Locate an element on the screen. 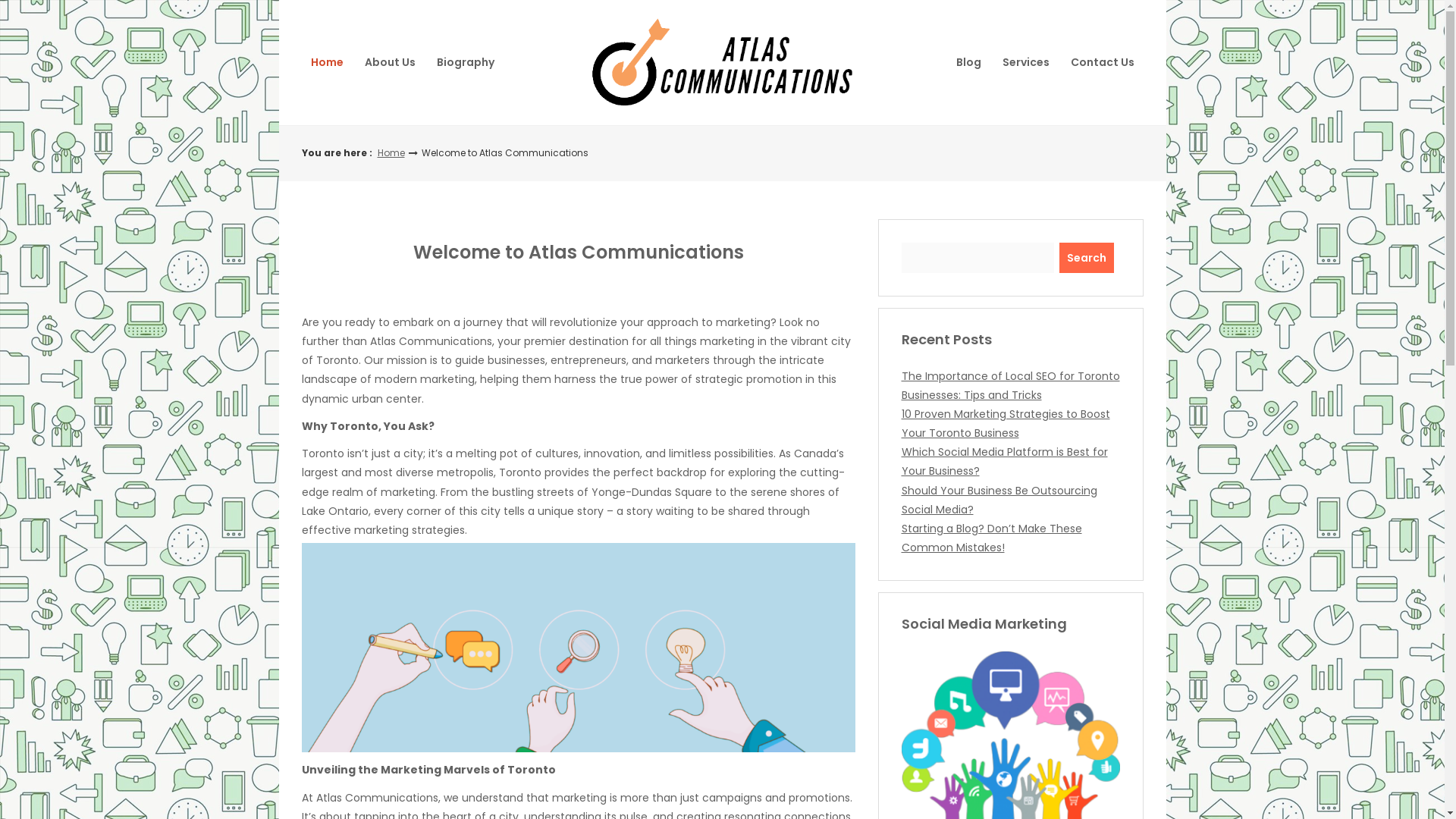 This screenshot has width=1456, height=819. 'Services' is located at coordinates (993, 61).